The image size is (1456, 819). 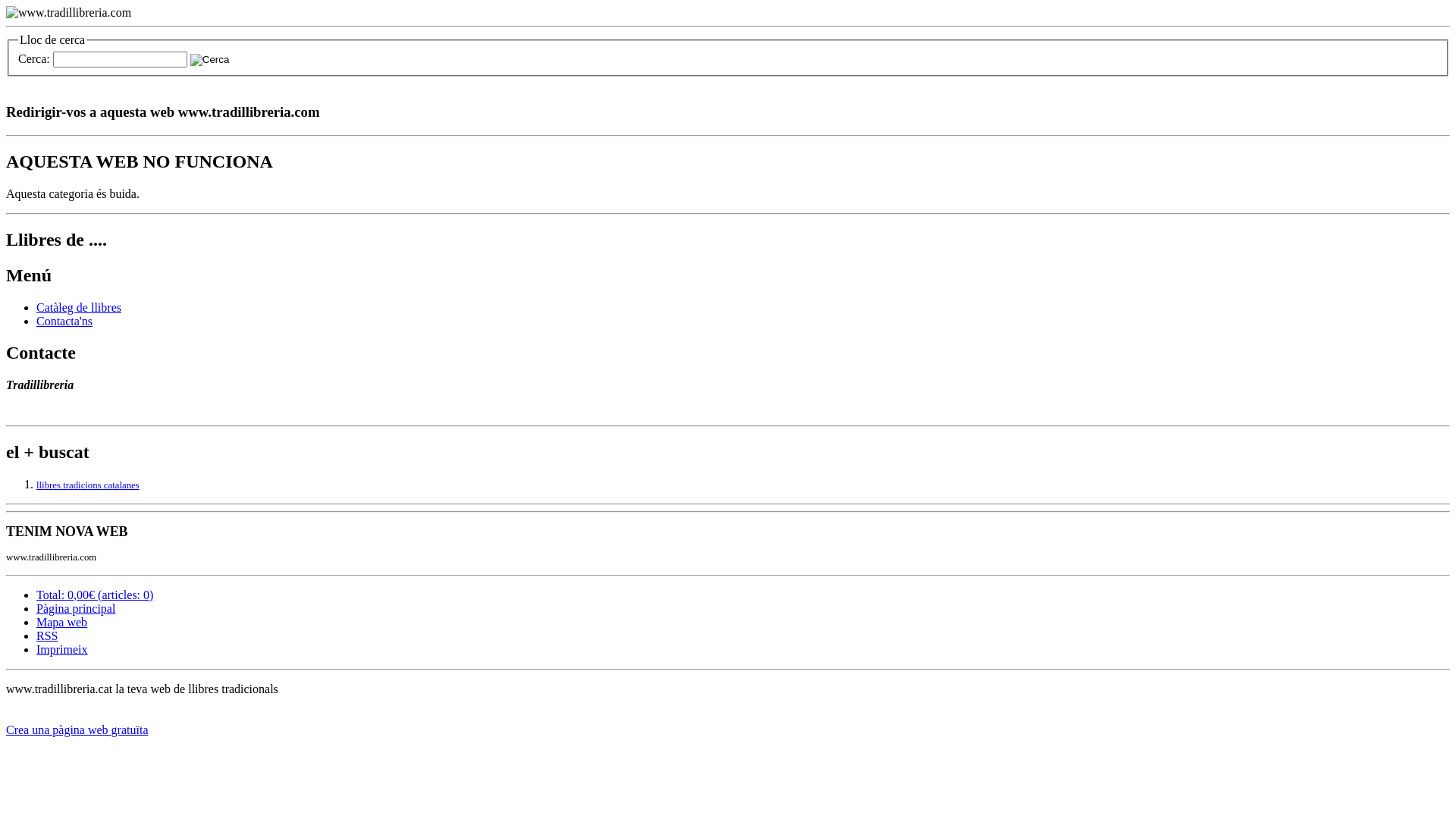 What do you see at coordinates (47, 635) in the screenshot?
I see `'RSS'` at bounding box center [47, 635].